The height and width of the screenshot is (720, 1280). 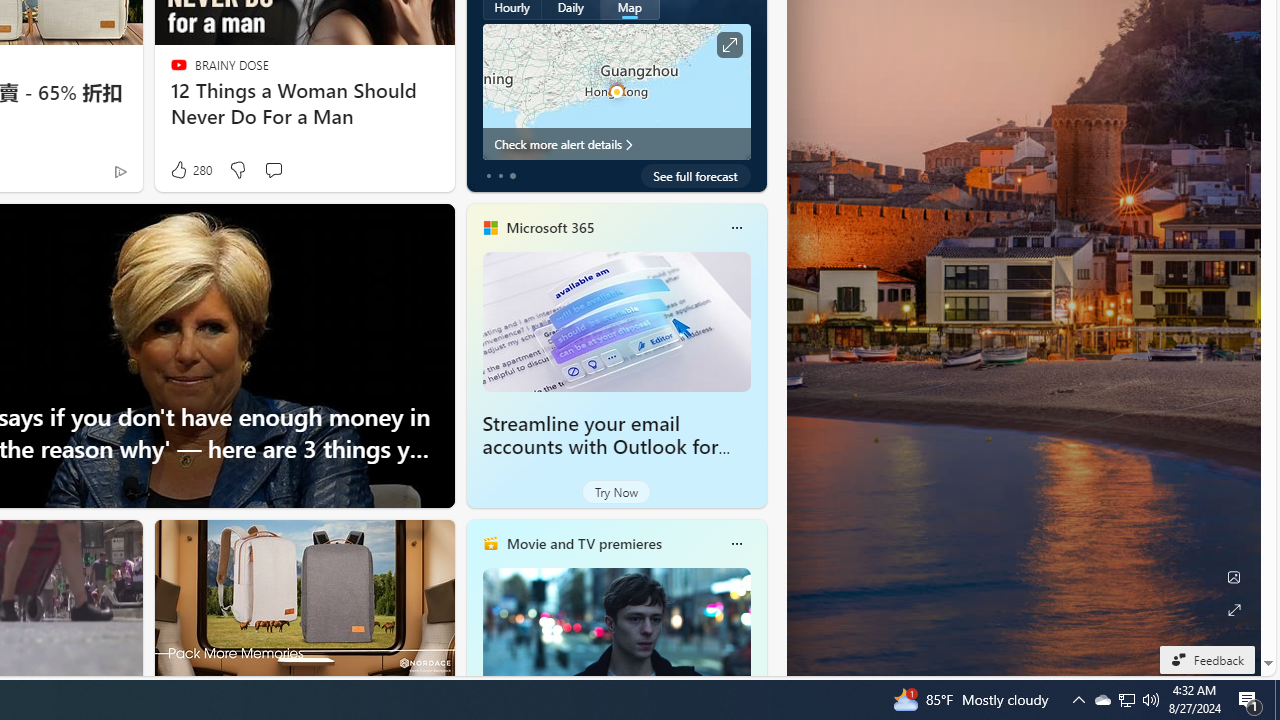 What do you see at coordinates (615, 320) in the screenshot?
I see `'Streamline your email accounts with Outlook for Windows'` at bounding box center [615, 320].